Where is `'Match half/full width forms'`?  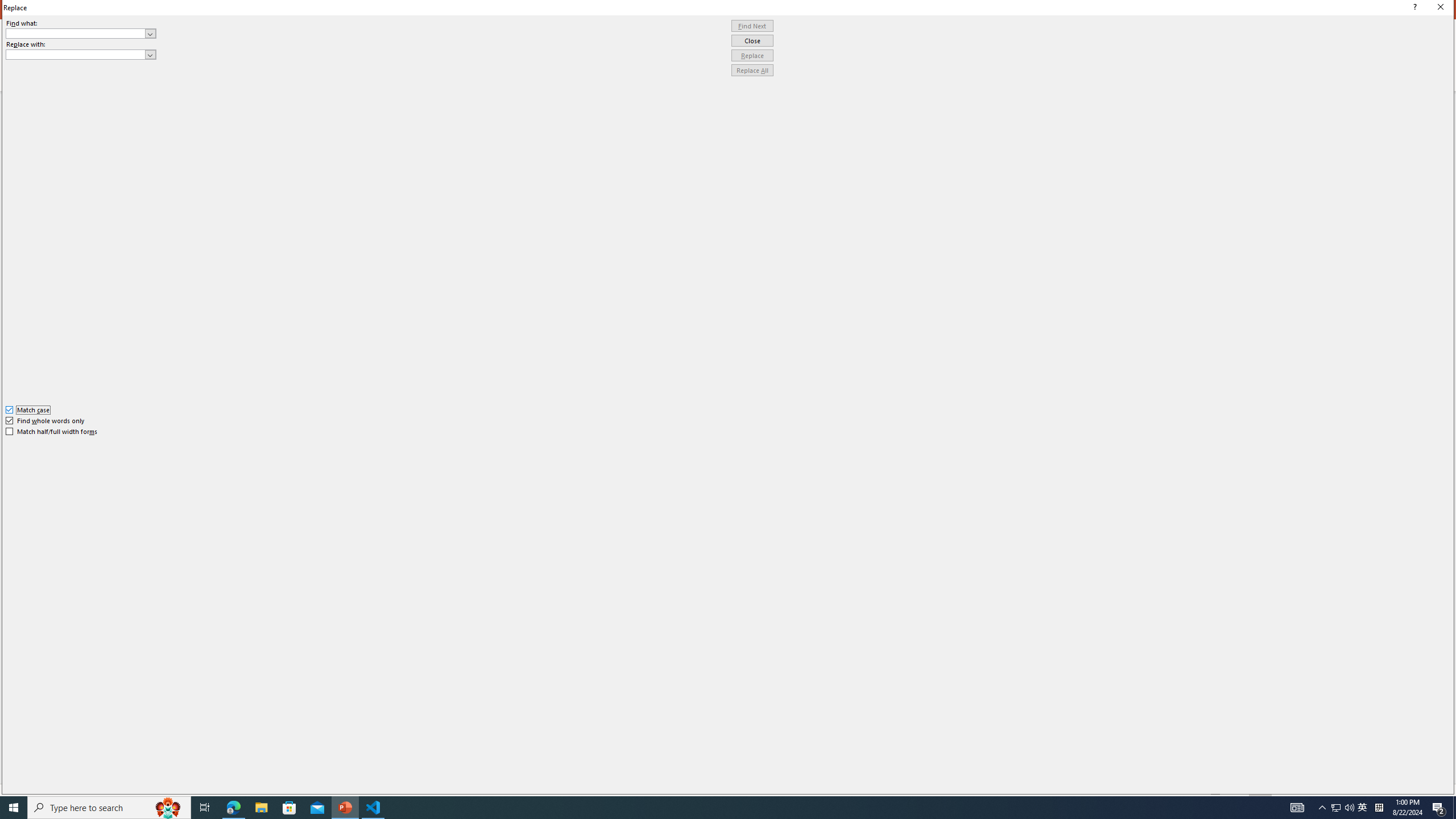
'Match half/full width forms' is located at coordinates (52, 431).